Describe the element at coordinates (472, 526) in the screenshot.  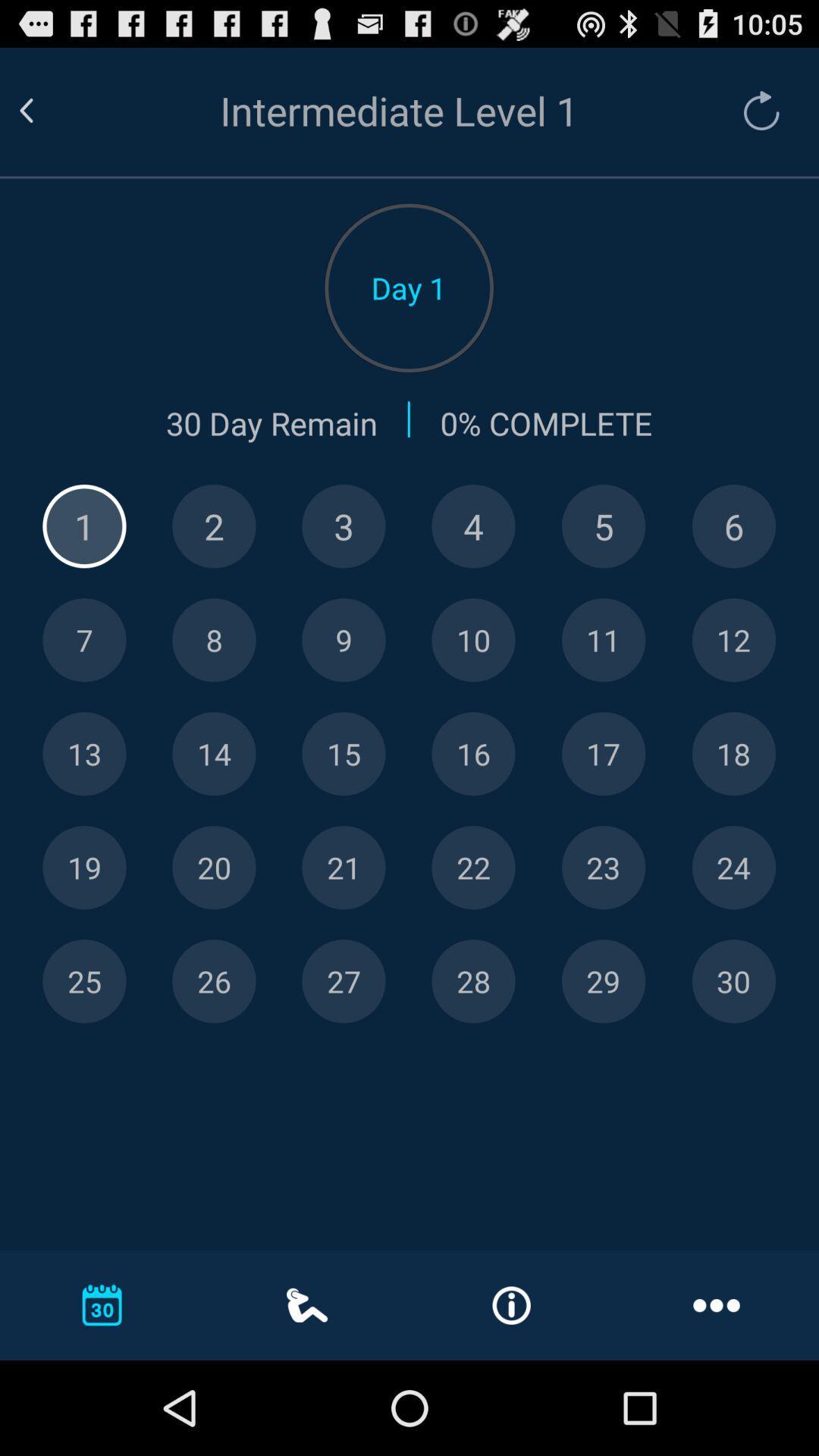
I see `day 4` at that location.